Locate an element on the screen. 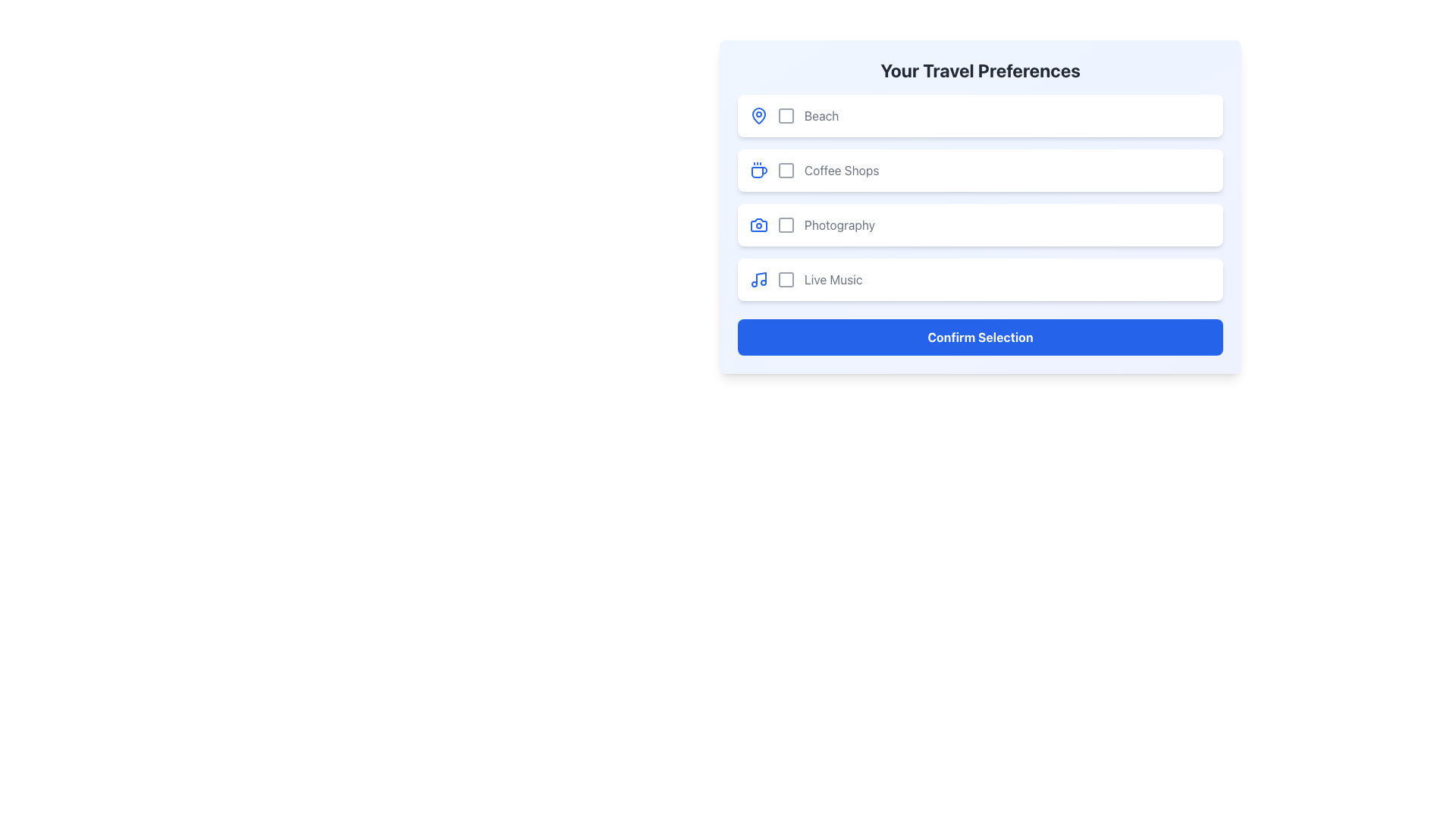 Image resolution: width=1456 pixels, height=819 pixels. the 'Beach' preference icon or marker, which is positioned between a location pin icon and the text 'Beach' in the first row of travel preferences is located at coordinates (786, 115).